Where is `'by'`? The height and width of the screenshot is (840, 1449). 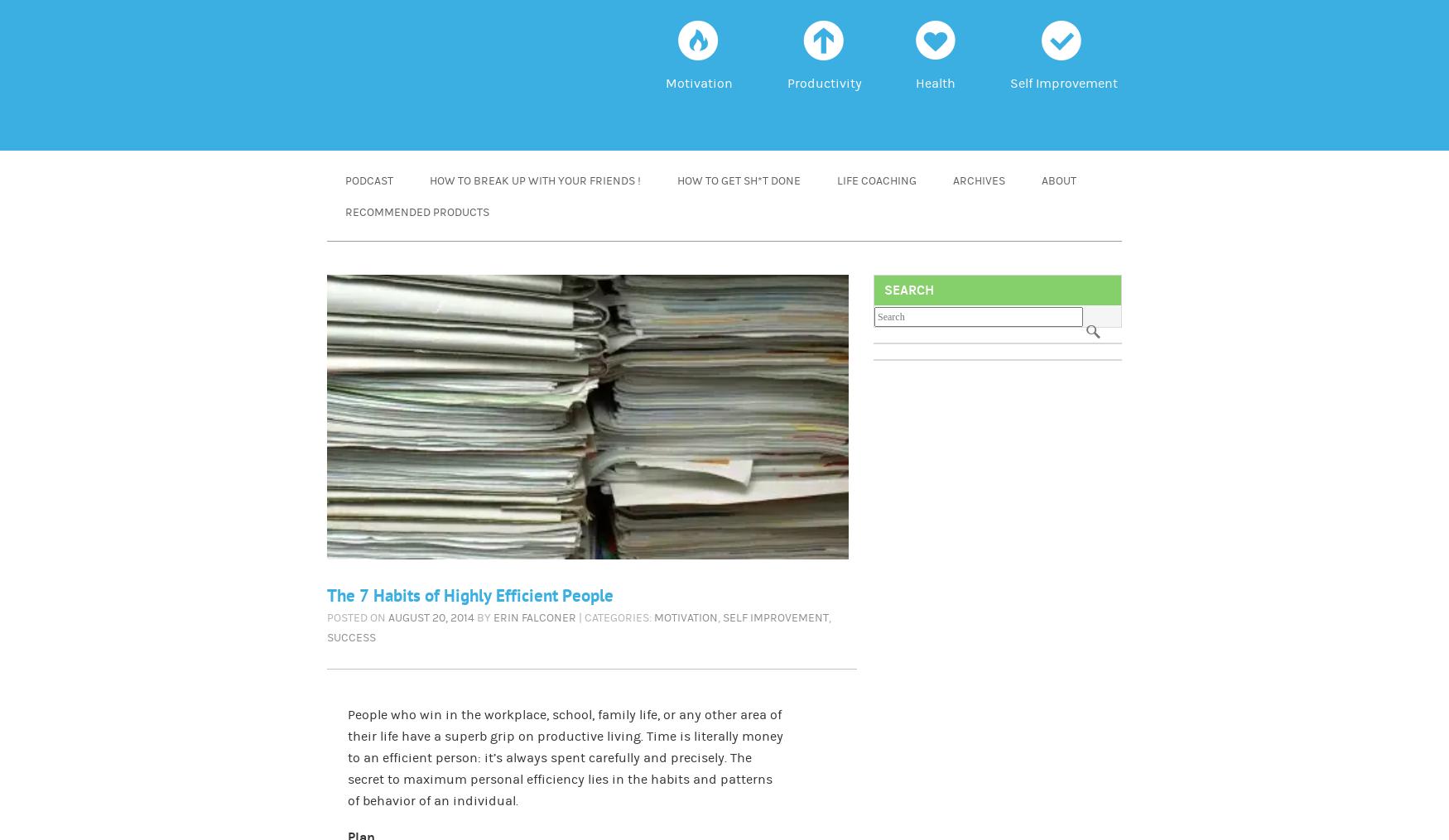
'by' is located at coordinates (476, 617).